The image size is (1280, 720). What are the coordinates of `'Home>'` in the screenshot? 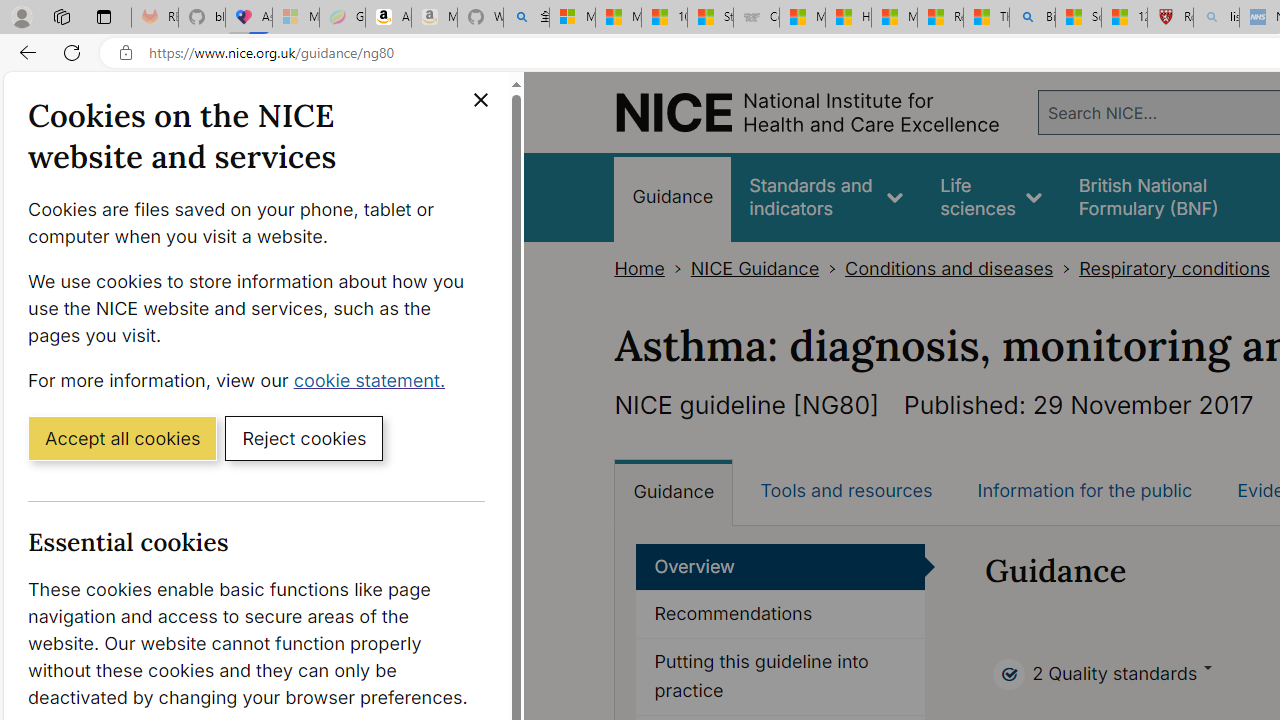 It's located at (652, 268).